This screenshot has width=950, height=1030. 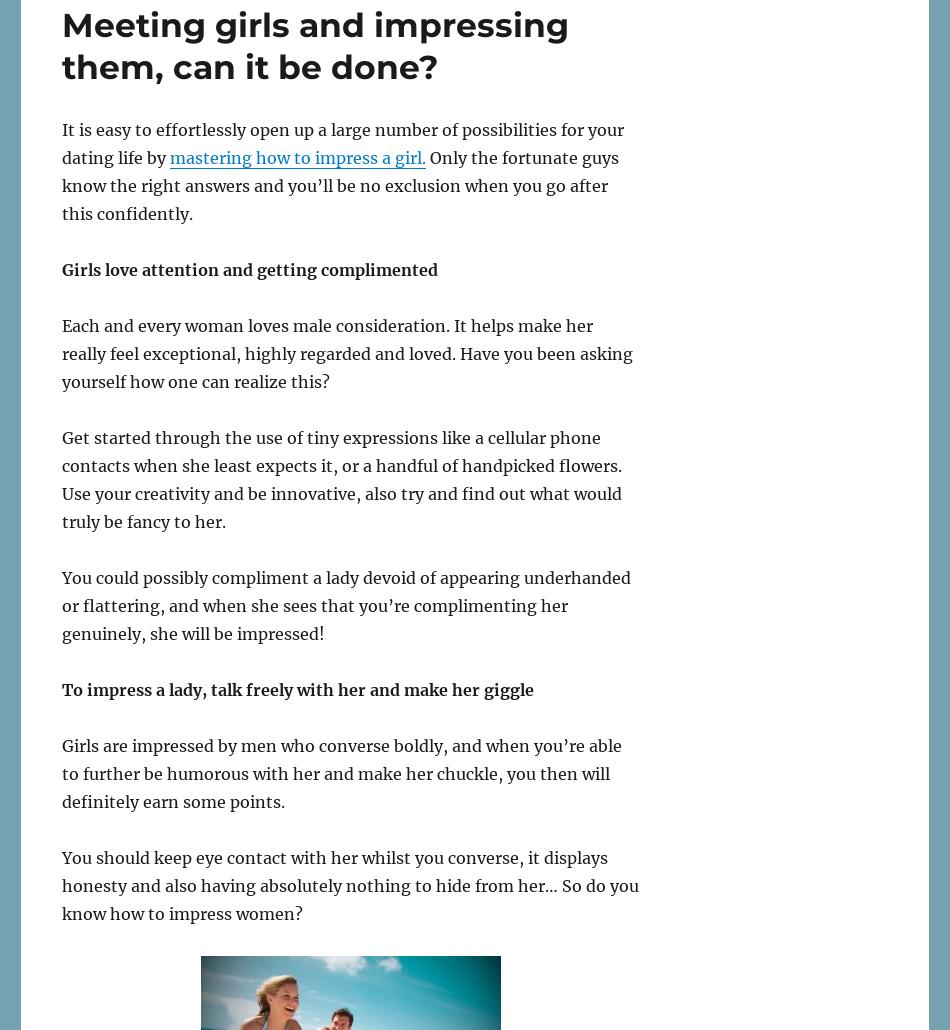 I want to click on 'Get started through the use of tiny expressions like a cellular phone contacts when she least expects it, or a handful of handpicked flowers. Use your creativity and be innovative, also try and find out what would truly be fancy to her.', so click(x=341, y=477).